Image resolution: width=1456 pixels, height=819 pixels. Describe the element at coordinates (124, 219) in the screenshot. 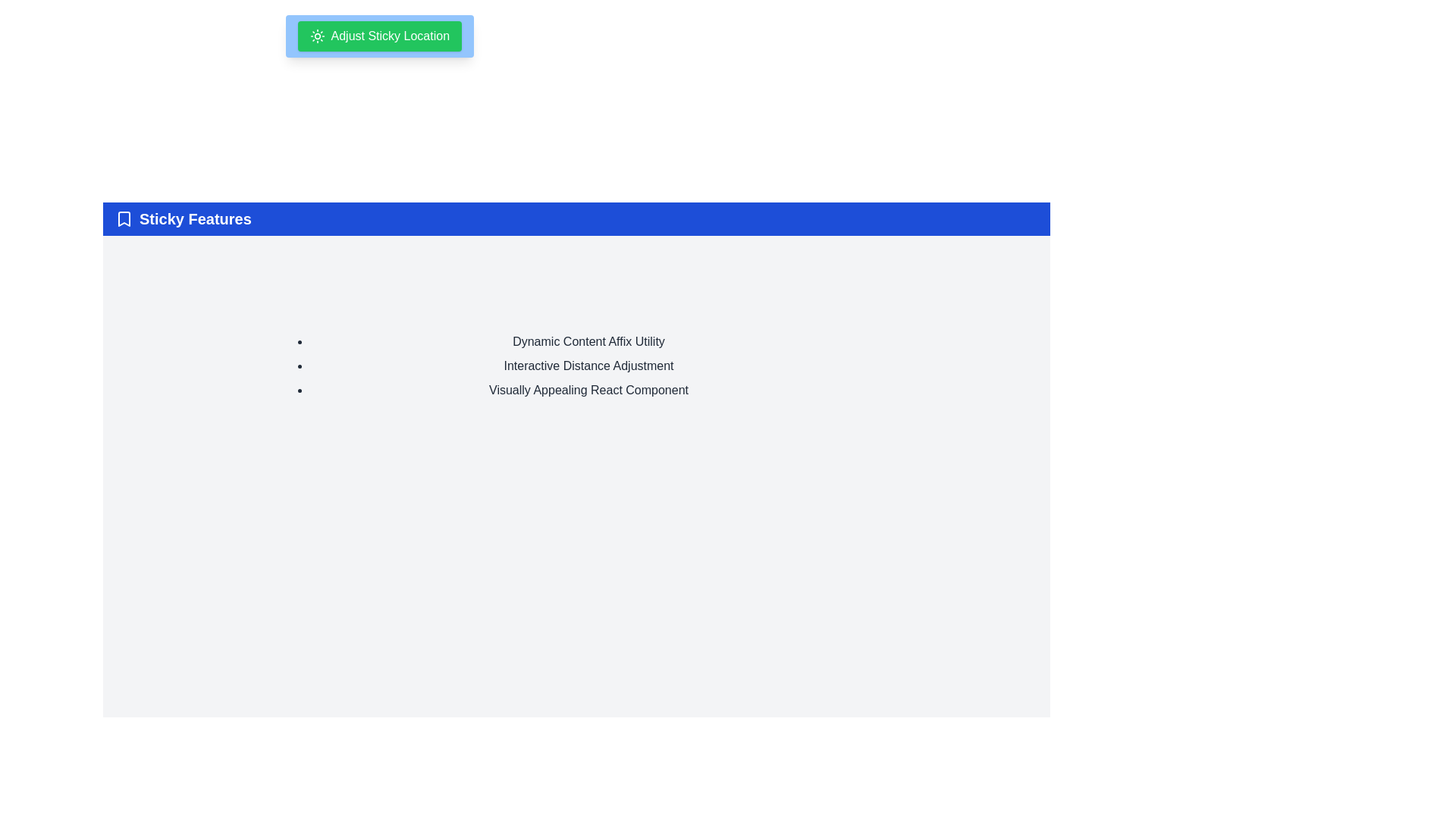

I see `the decorative or interactive icon located at the top-left of the header section, titled 'Sticky Features', which is adjacent to the heading text` at that location.